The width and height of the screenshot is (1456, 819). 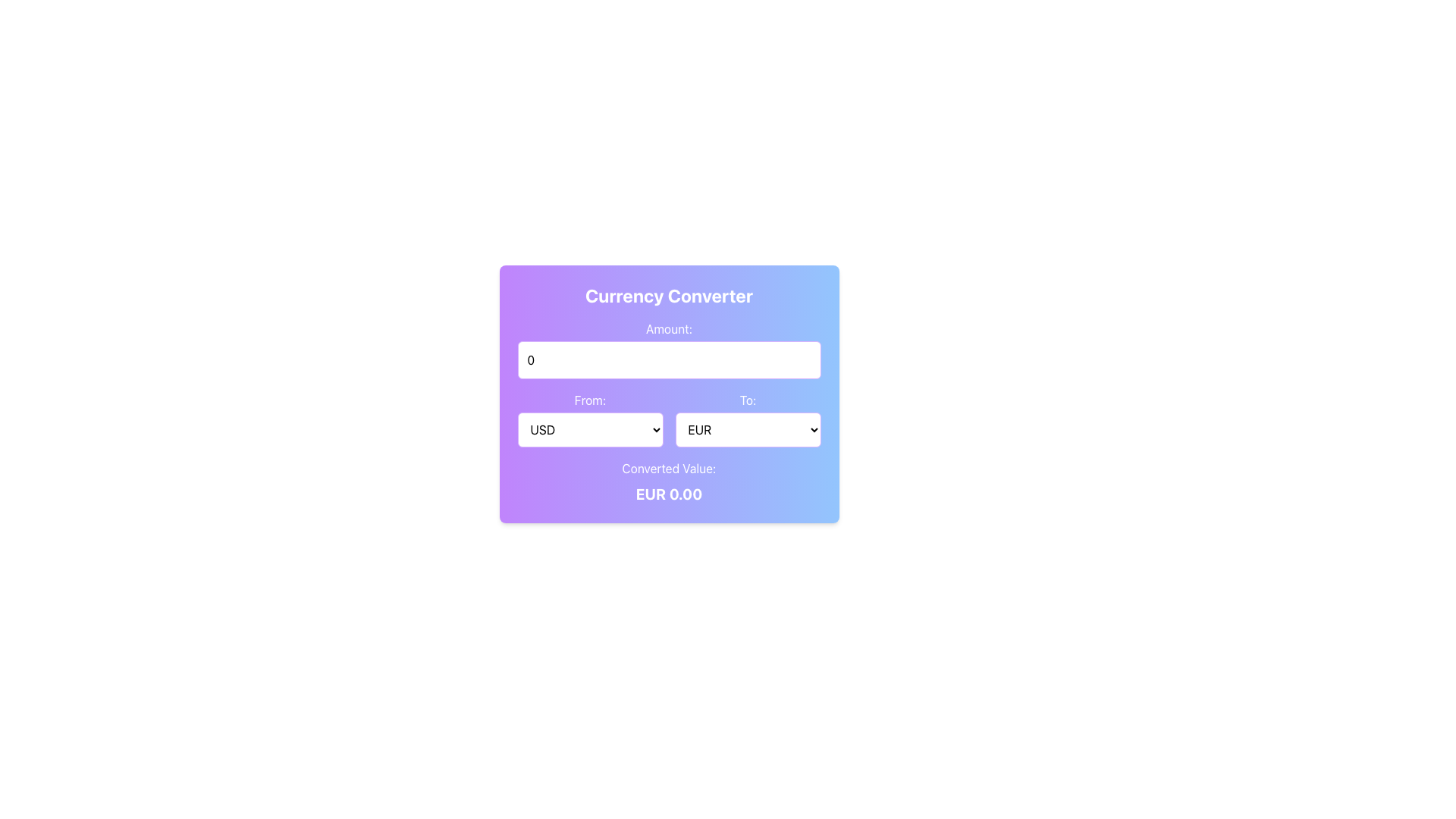 What do you see at coordinates (589, 430) in the screenshot?
I see `the rounded rectangular dropdown menu displaying 'USD'` at bounding box center [589, 430].